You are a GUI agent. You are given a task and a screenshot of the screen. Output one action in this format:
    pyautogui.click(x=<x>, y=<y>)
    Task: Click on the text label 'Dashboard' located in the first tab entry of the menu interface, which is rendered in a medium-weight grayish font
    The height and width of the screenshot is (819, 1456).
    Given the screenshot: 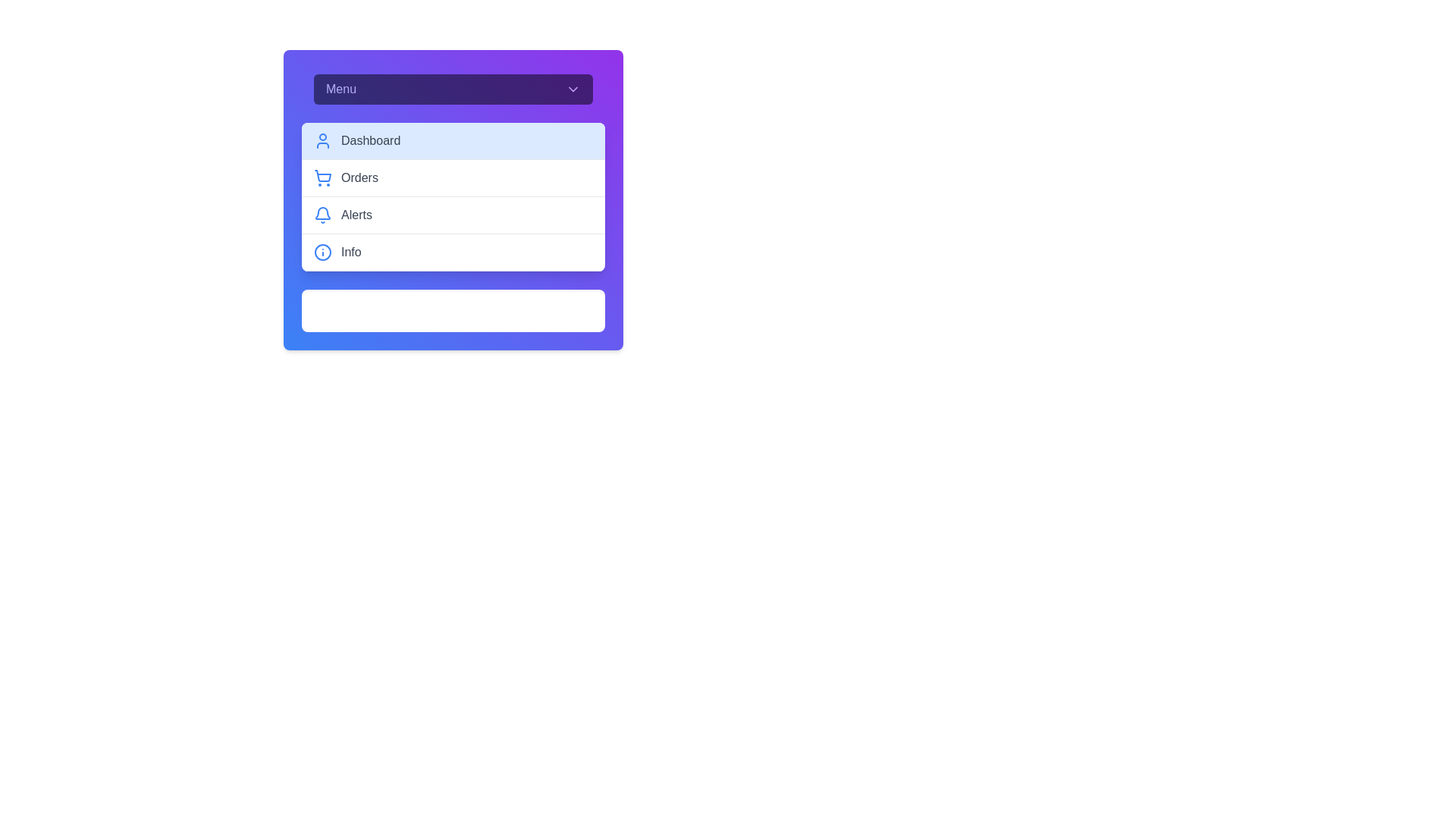 What is the action you would take?
    pyautogui.click(x=371, y=140)
    